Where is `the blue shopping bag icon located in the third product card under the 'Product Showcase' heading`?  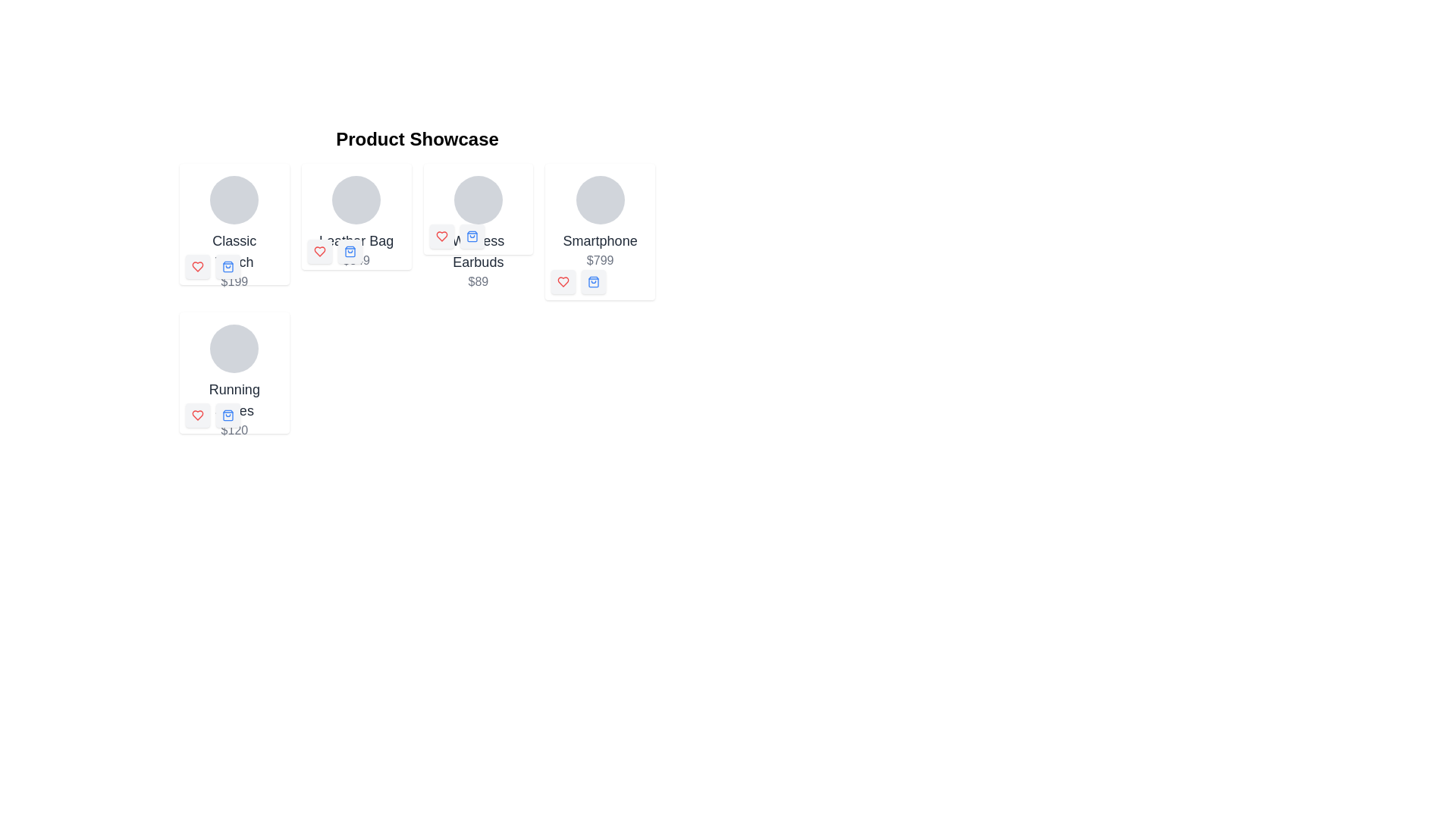 the blue shopping bag icon located in the third product card under the 'Product Showcase' heading is located at coordinates (471, 237).